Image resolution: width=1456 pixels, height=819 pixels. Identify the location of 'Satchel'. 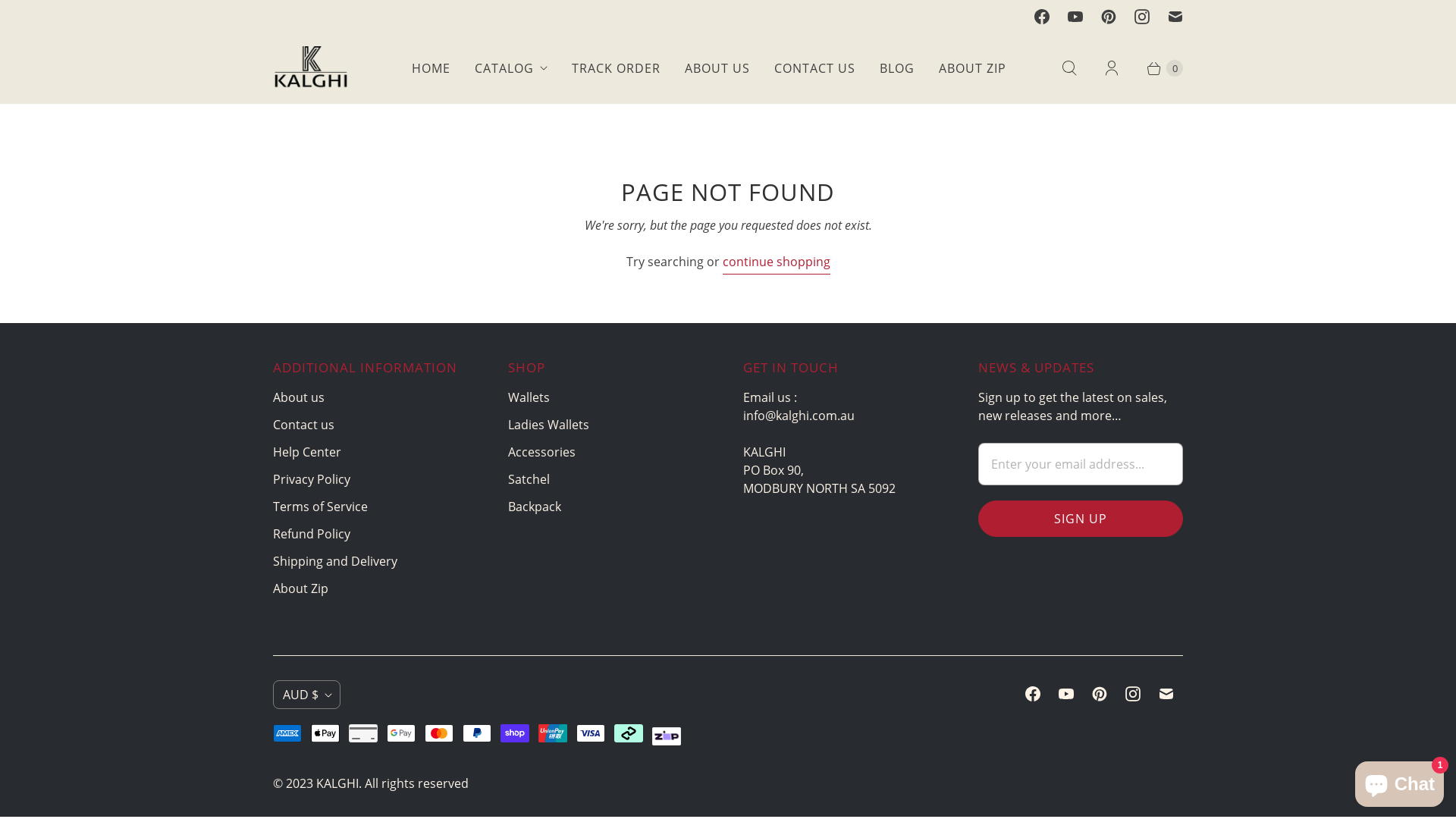
(508, 479).